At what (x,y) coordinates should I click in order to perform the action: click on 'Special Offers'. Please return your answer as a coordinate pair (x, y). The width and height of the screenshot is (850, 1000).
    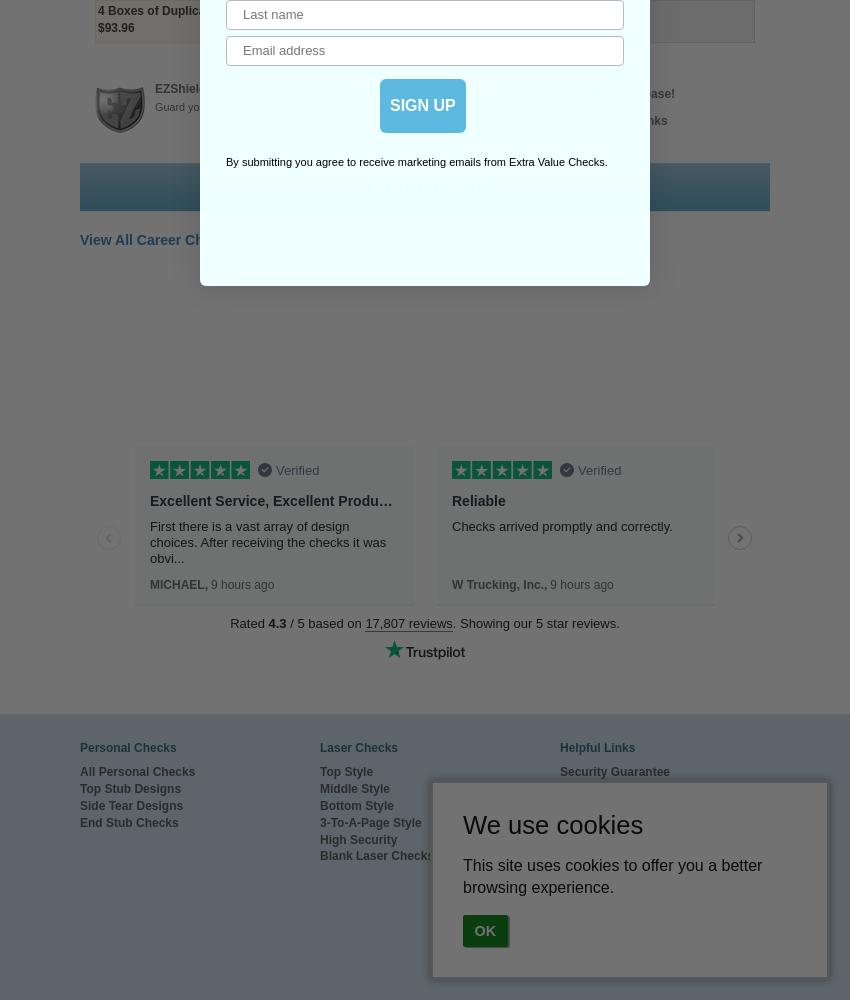
    Looking at the image, I should click on (559, 806).